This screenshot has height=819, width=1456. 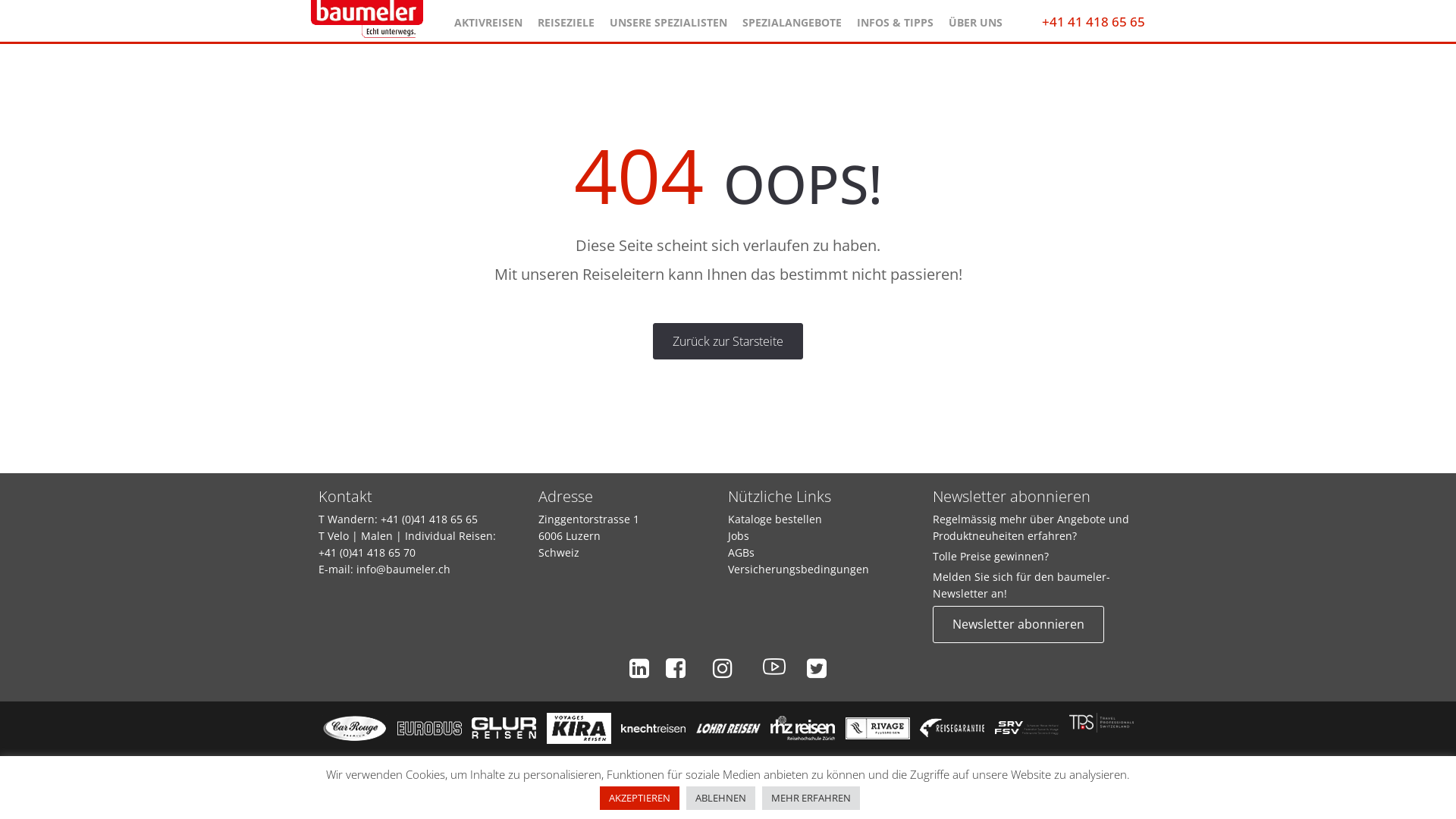 I want to click on 'MEHR ERFAHREN', so click(x=761, y=797).